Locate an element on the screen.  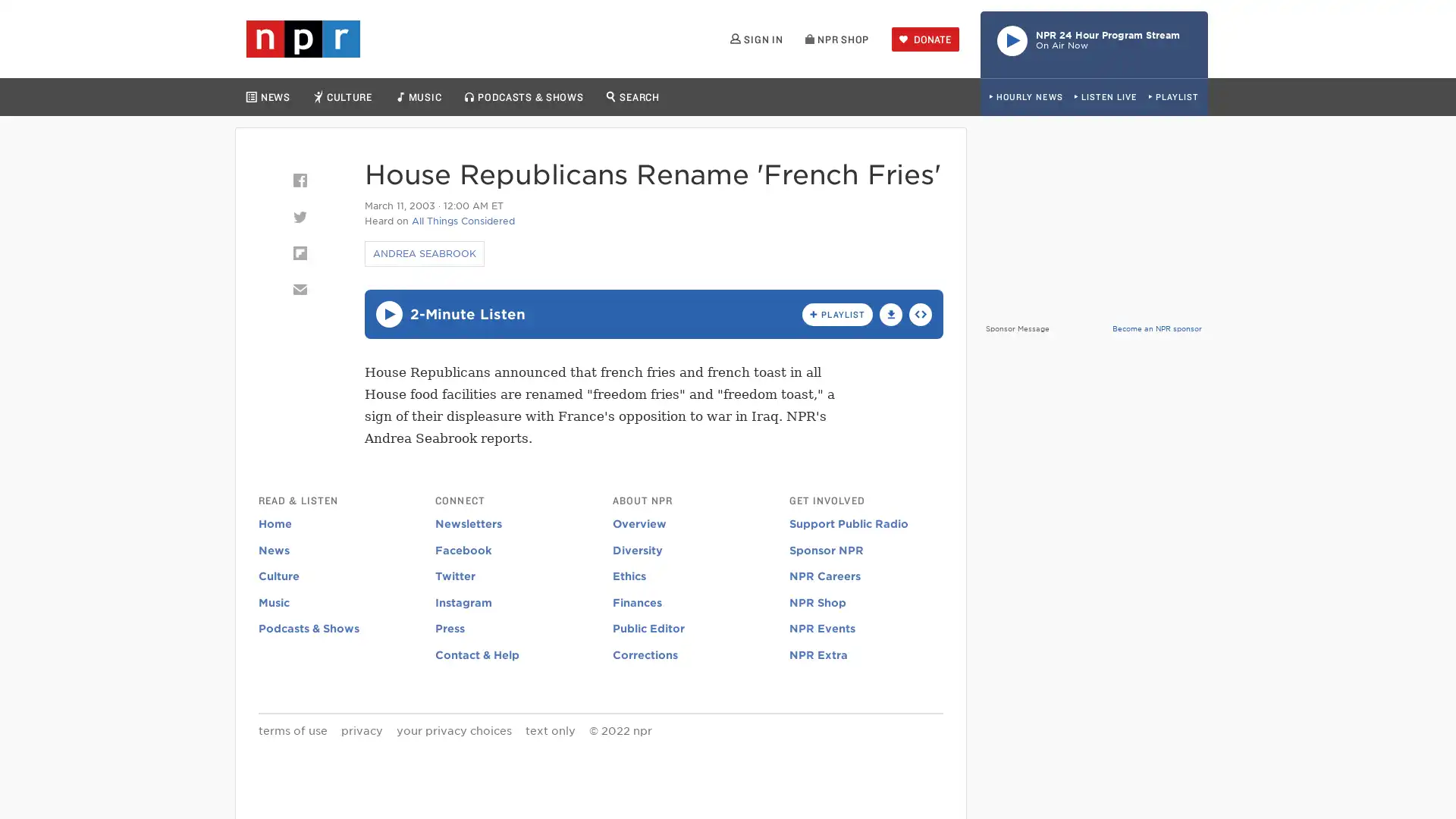
Email is located at coordinates (299, 289).